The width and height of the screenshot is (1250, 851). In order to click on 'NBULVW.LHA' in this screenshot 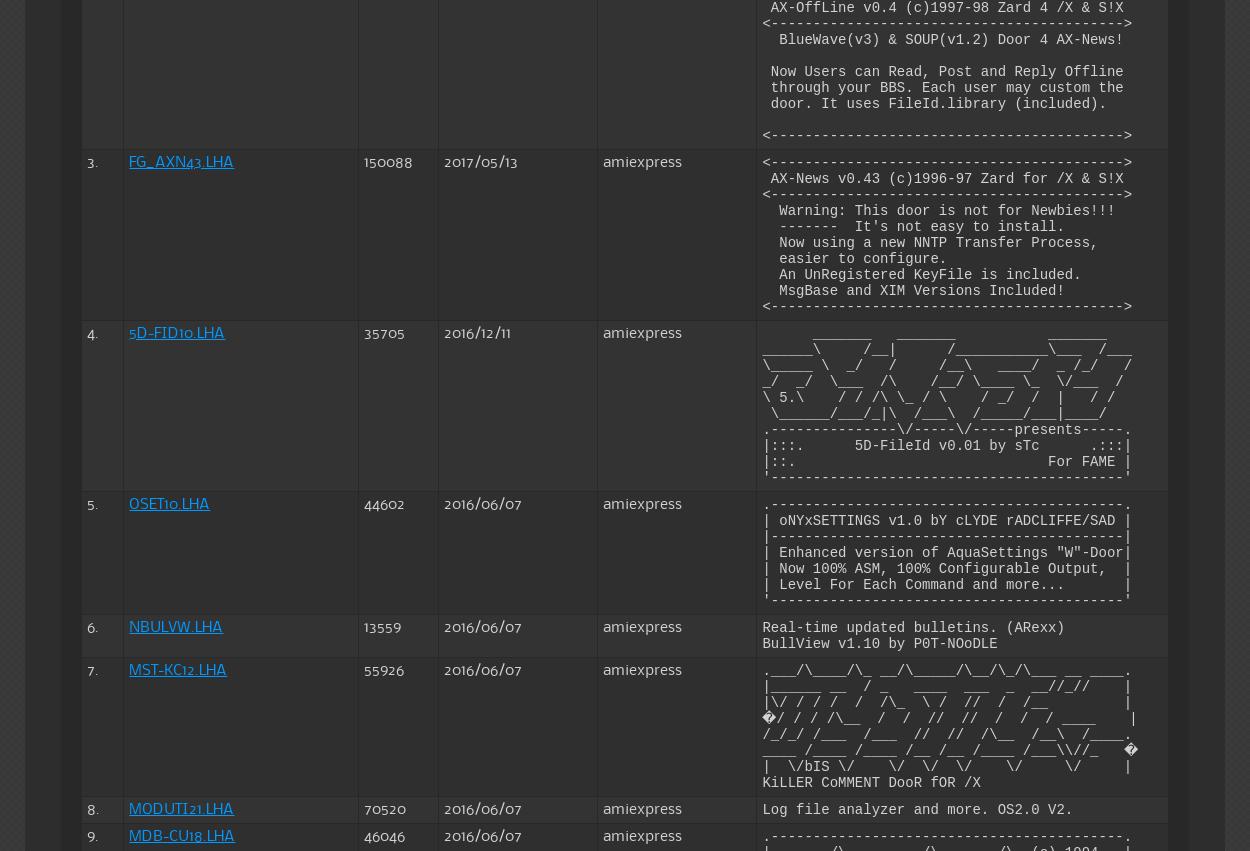, I will do `click(176, 626)`.